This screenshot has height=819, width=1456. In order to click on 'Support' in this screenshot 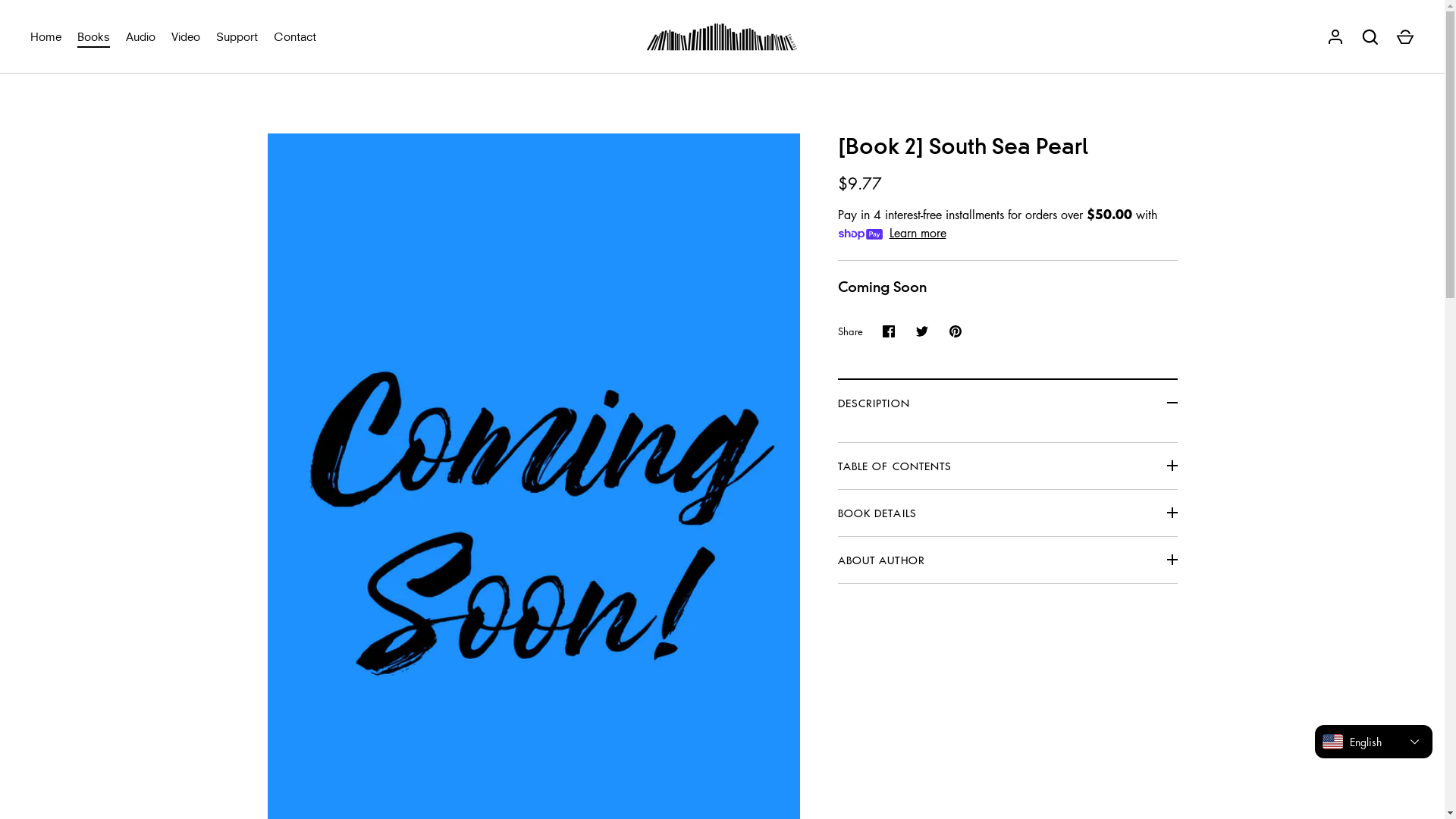, I will do `click(236, 36)`.